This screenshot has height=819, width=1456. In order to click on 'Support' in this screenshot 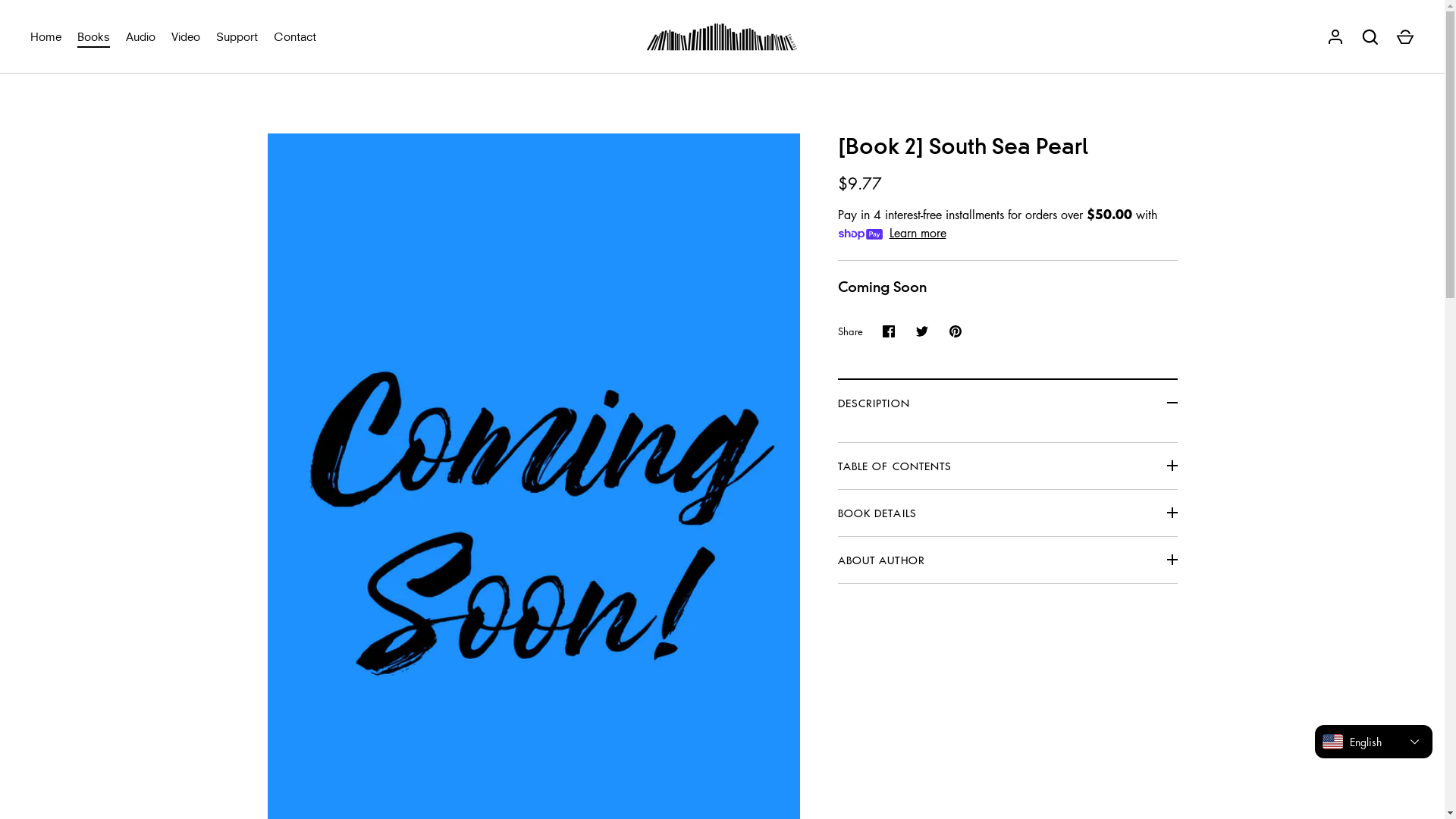, I will do `click(236, 36)`.